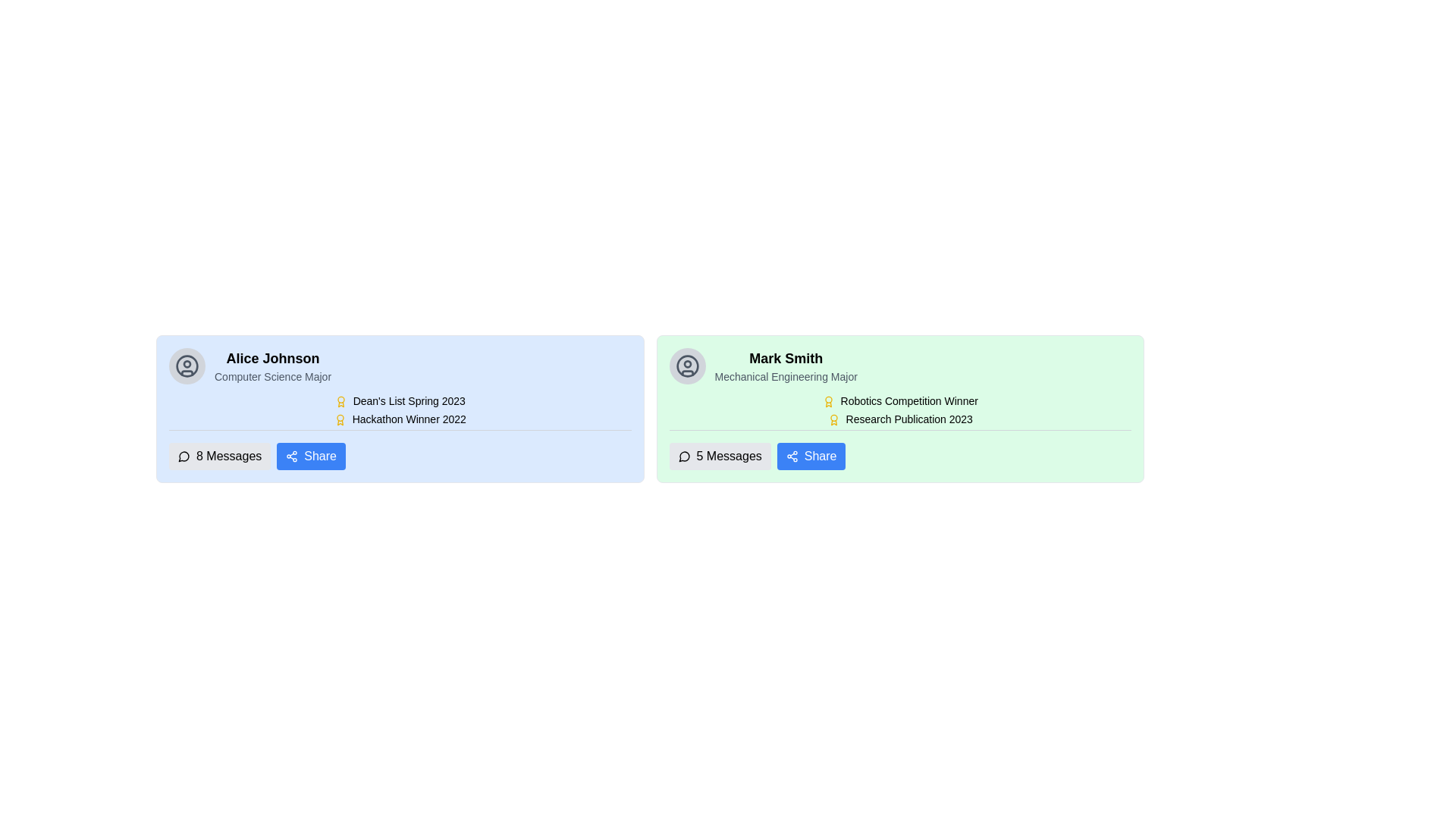 Image resolution: width=1456 pixels, height=819 pixels. What do you see at coordinates (686, 366) in the screenshot?
I see `the outer circular component of the user profile icon located in the top-left corner of the right card for identification` at bounding box center [686, 366].